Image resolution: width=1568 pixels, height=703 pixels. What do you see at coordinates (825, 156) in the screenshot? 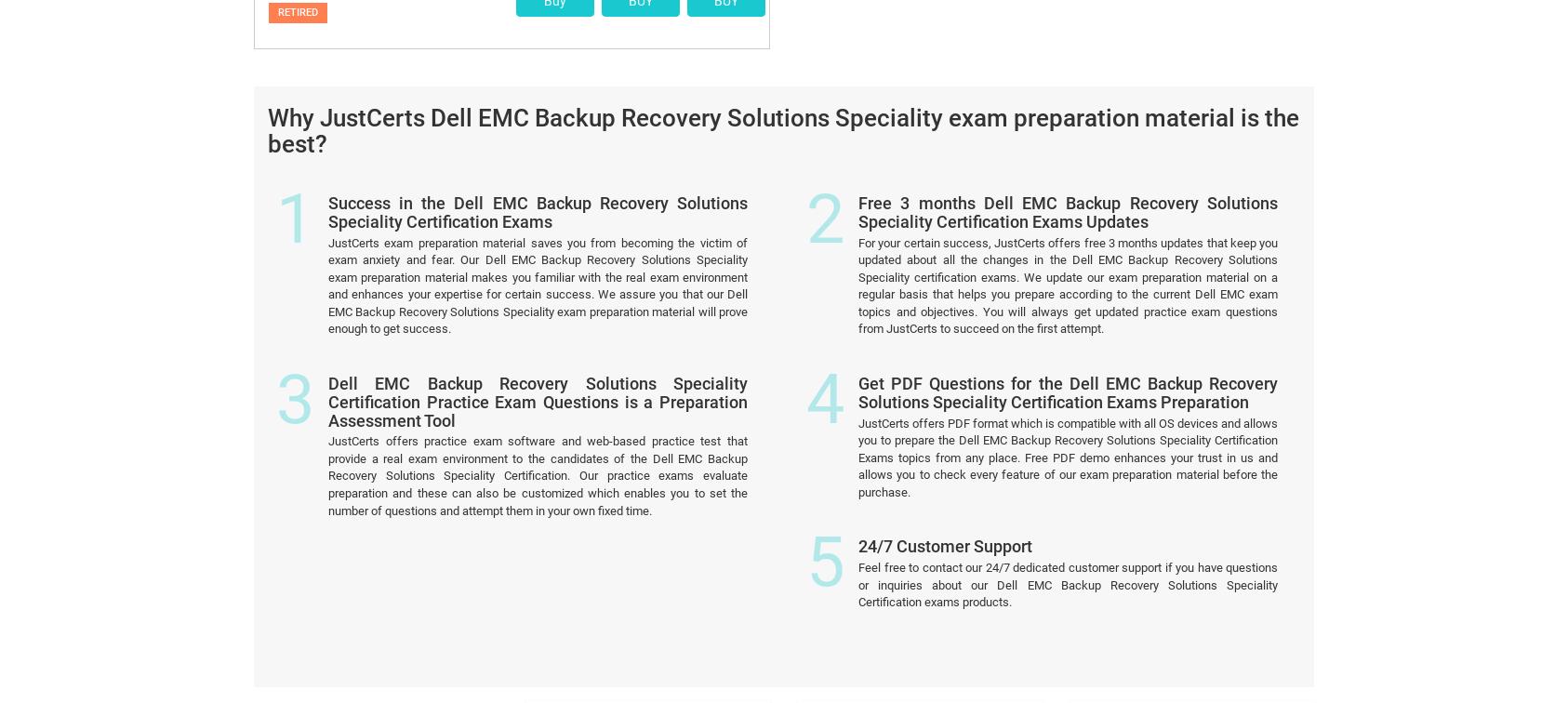
I see `'4'` at bounding box center [825, 156].